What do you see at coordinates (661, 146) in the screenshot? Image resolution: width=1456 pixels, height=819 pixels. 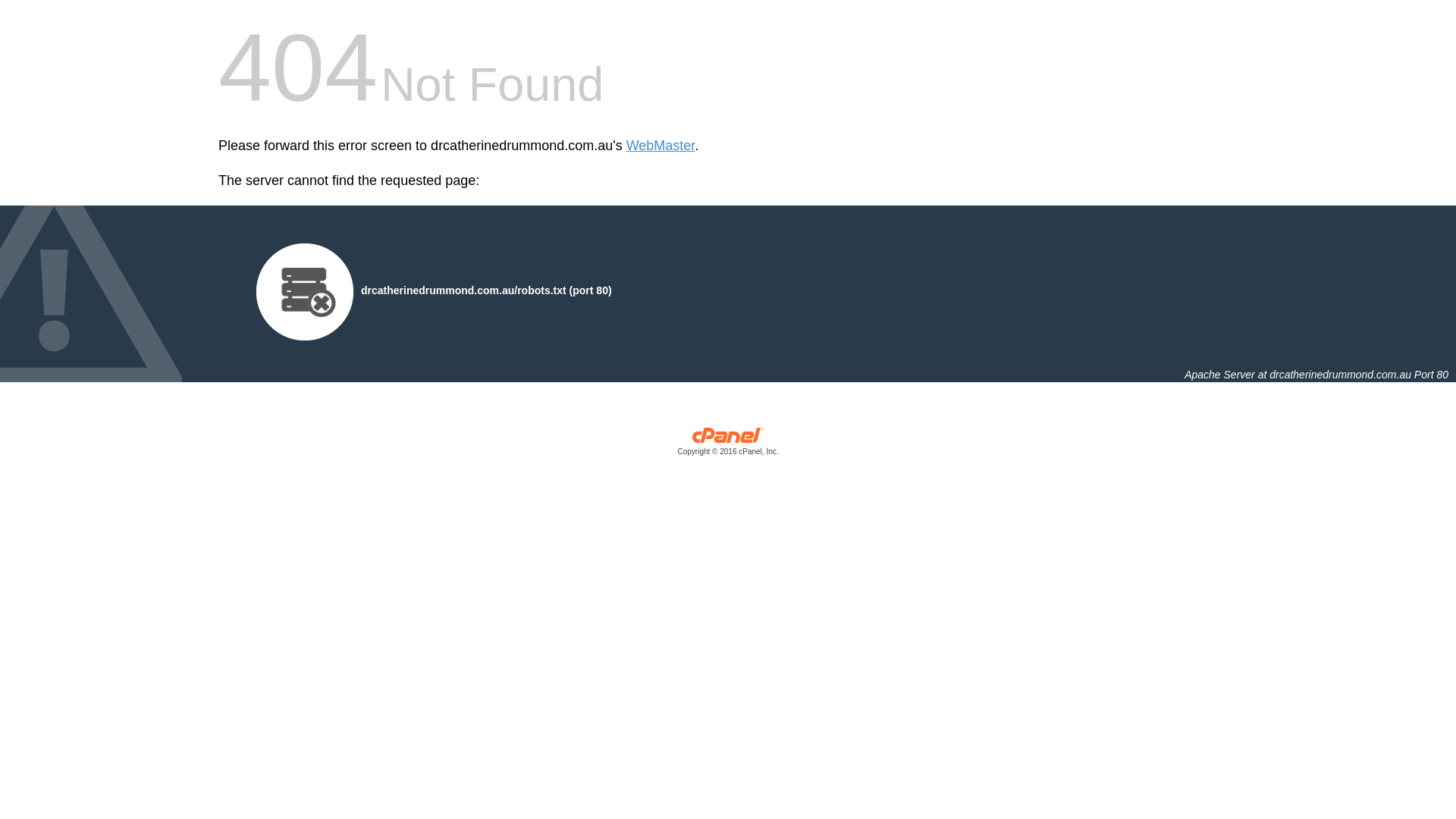 I see `'WebMaster'` at bounding box center [661, 146].